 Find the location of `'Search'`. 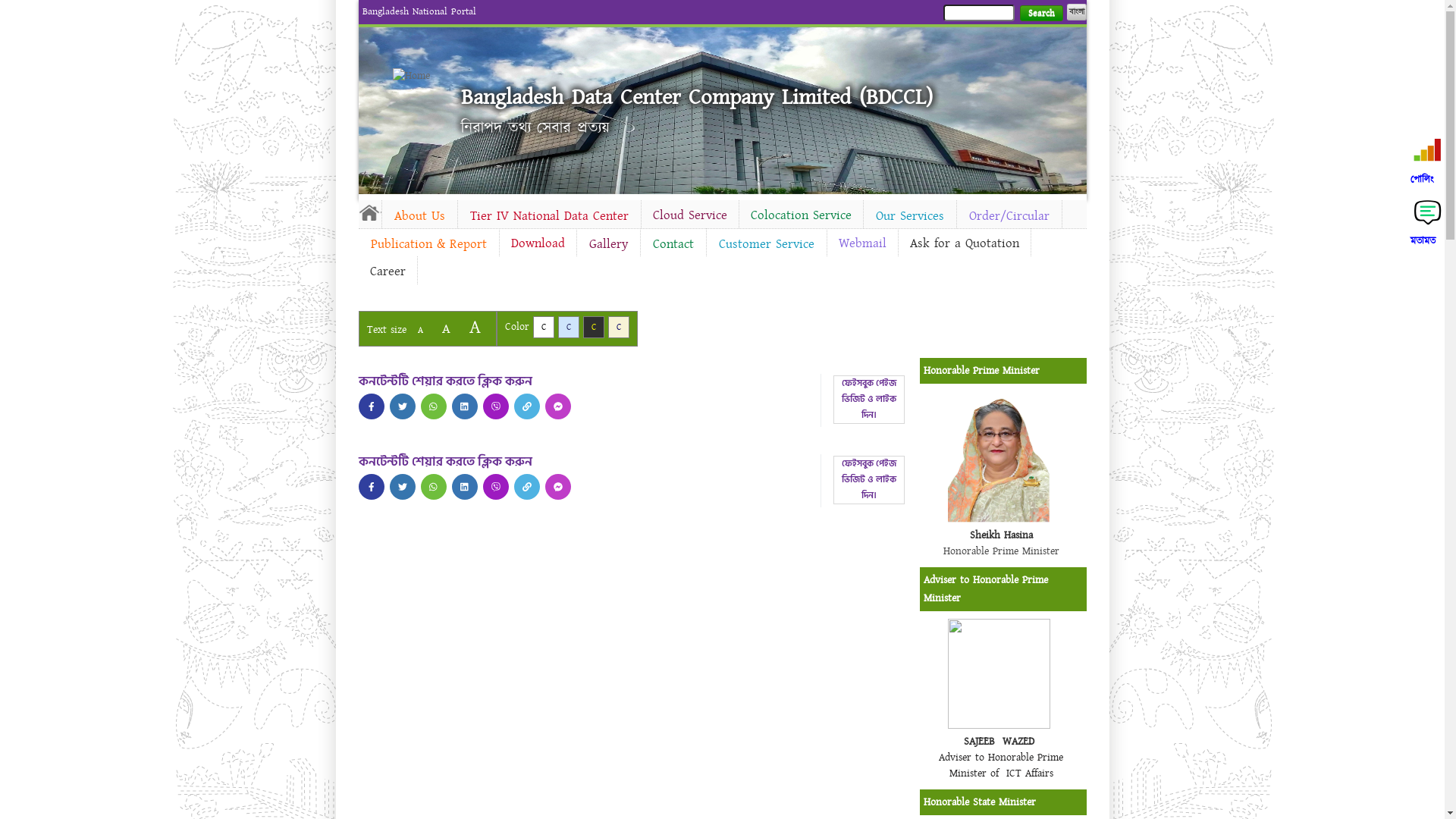

'Search' is located at coordinates (1040, 13).